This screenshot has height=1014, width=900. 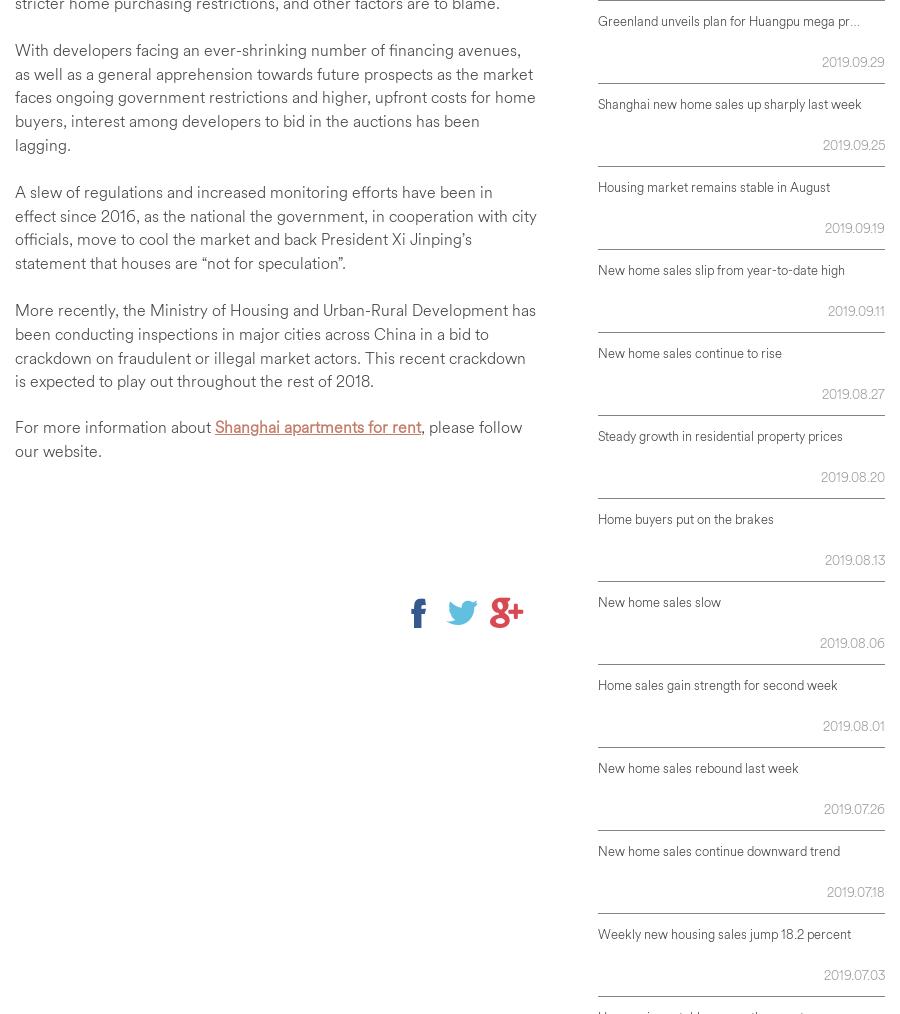 I want to click on 'New home sales continue downward trend', so click(x=717, y=849).